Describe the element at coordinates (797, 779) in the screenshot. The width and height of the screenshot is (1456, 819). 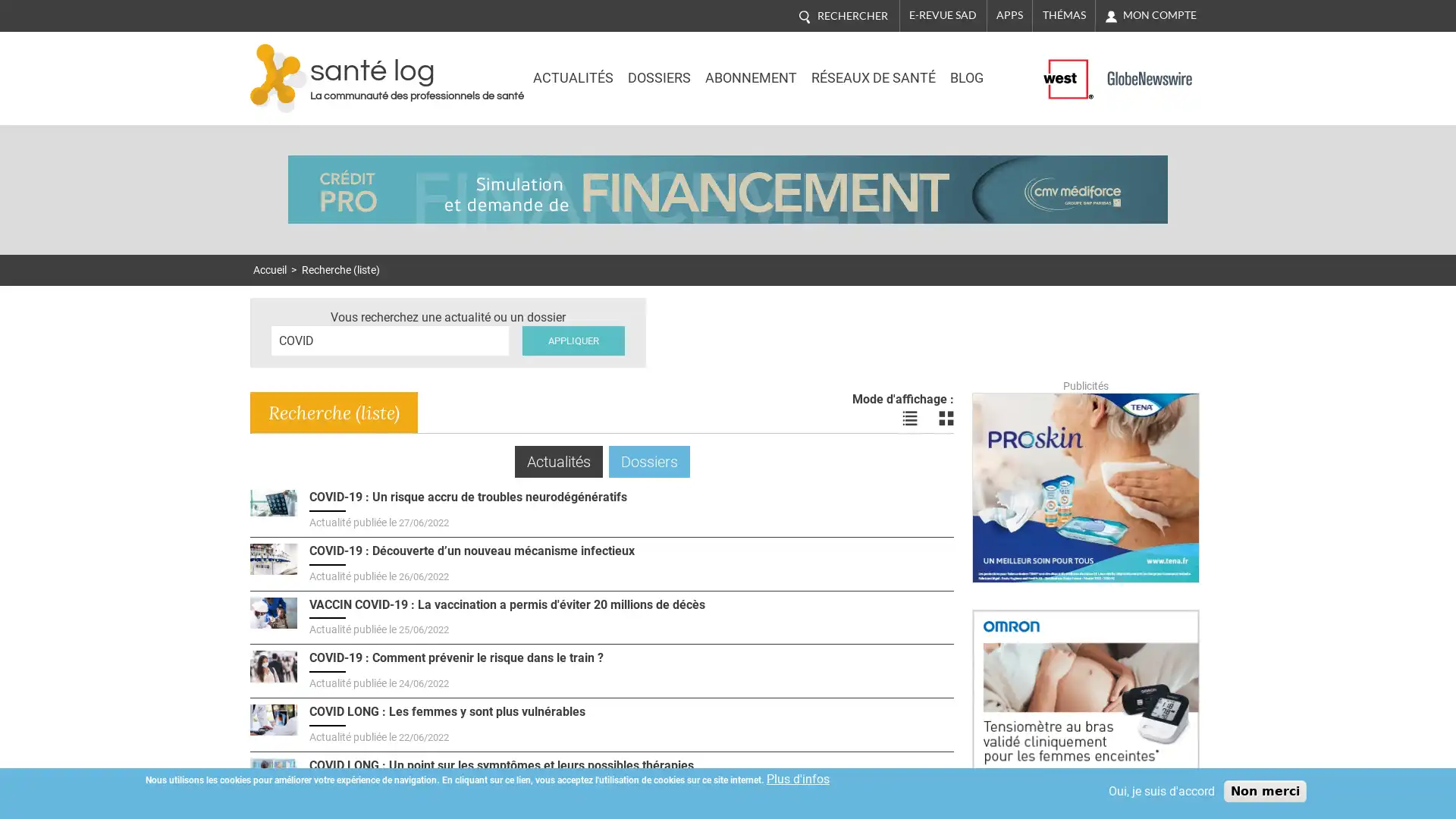
I see `Plus d'infos` at that location.